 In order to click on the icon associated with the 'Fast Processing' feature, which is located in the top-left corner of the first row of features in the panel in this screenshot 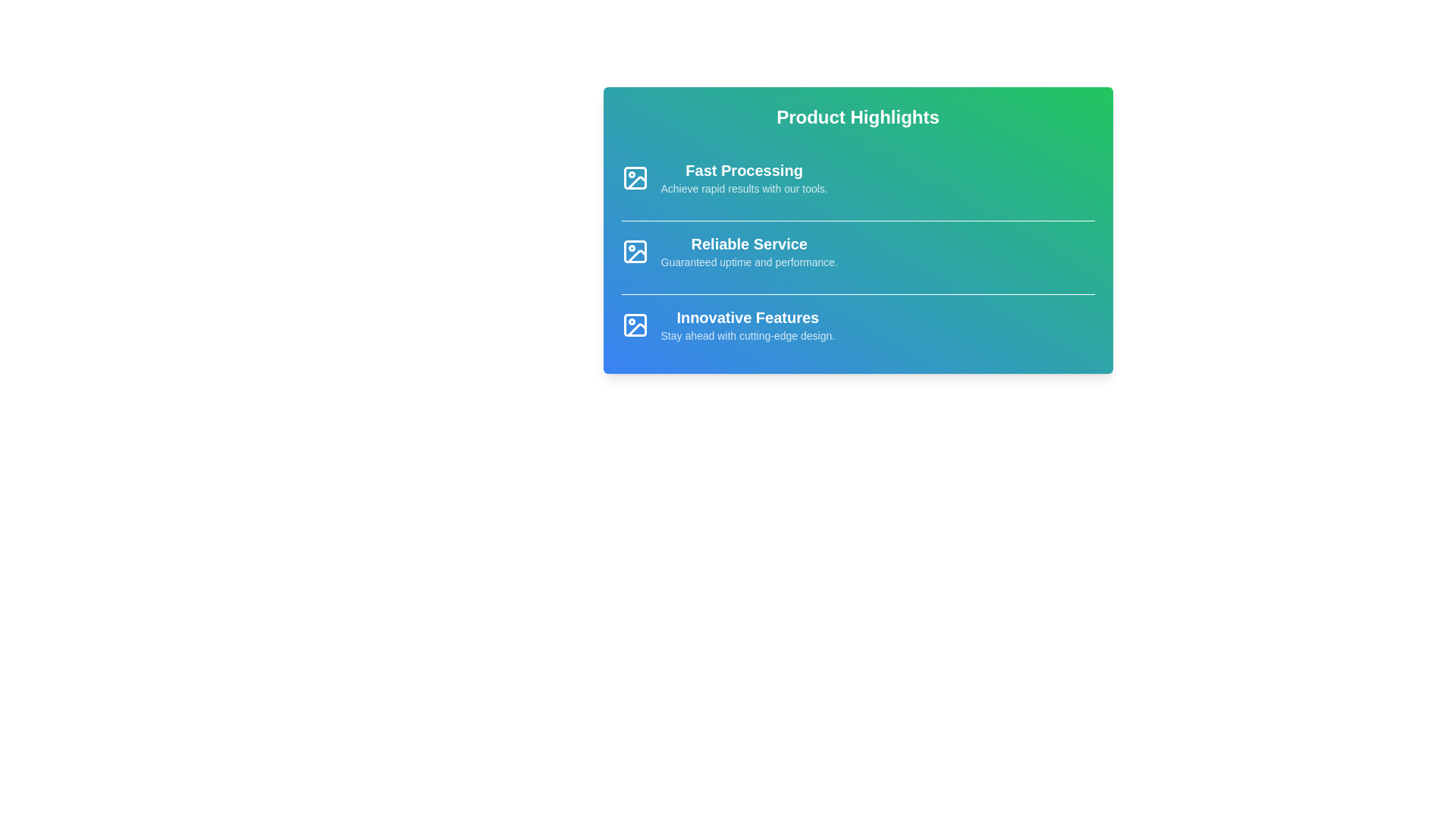, I will do `click(635, 177)`.